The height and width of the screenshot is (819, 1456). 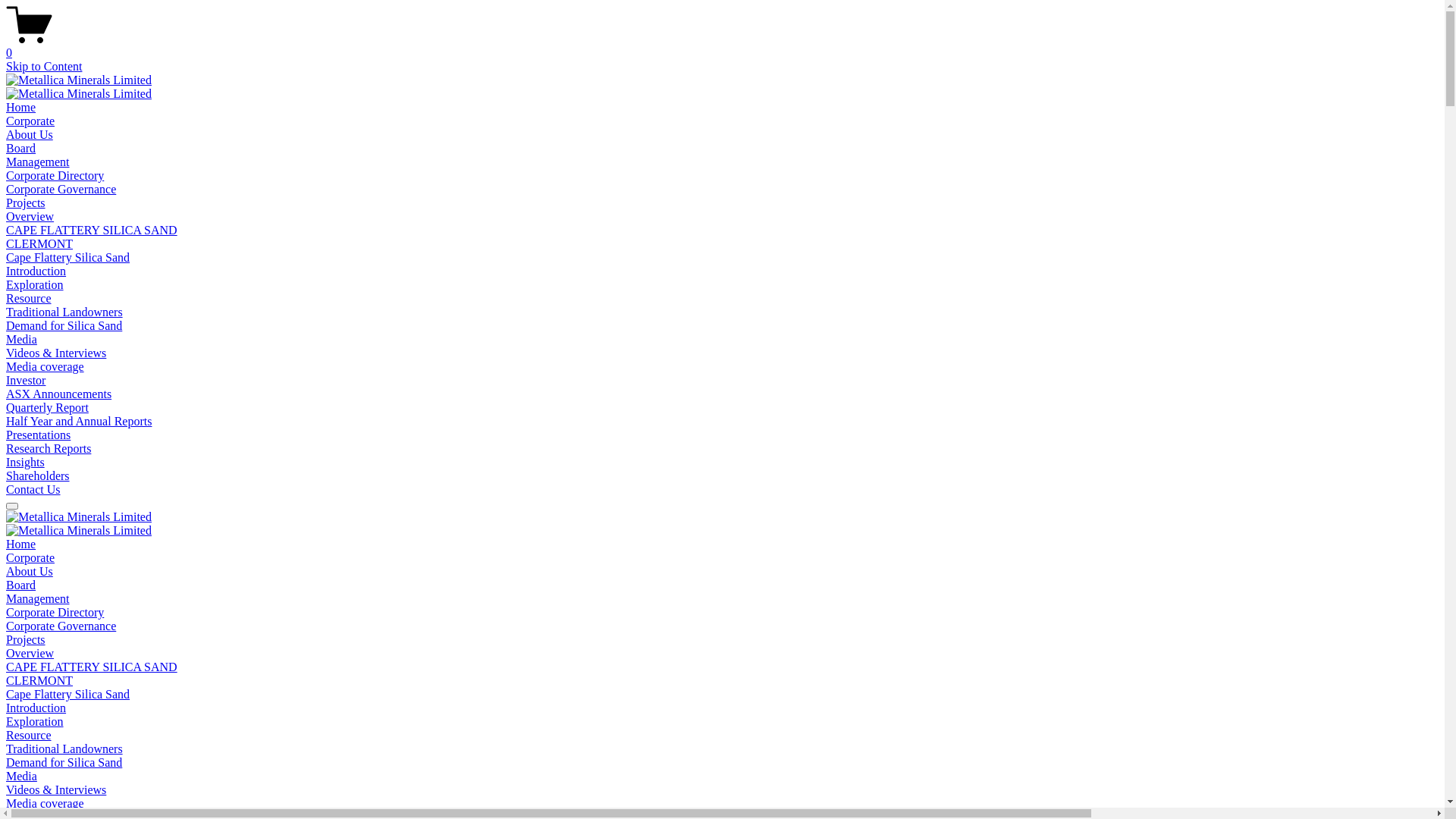 I want to click on 'Introduction', so click(x=36, y=708).